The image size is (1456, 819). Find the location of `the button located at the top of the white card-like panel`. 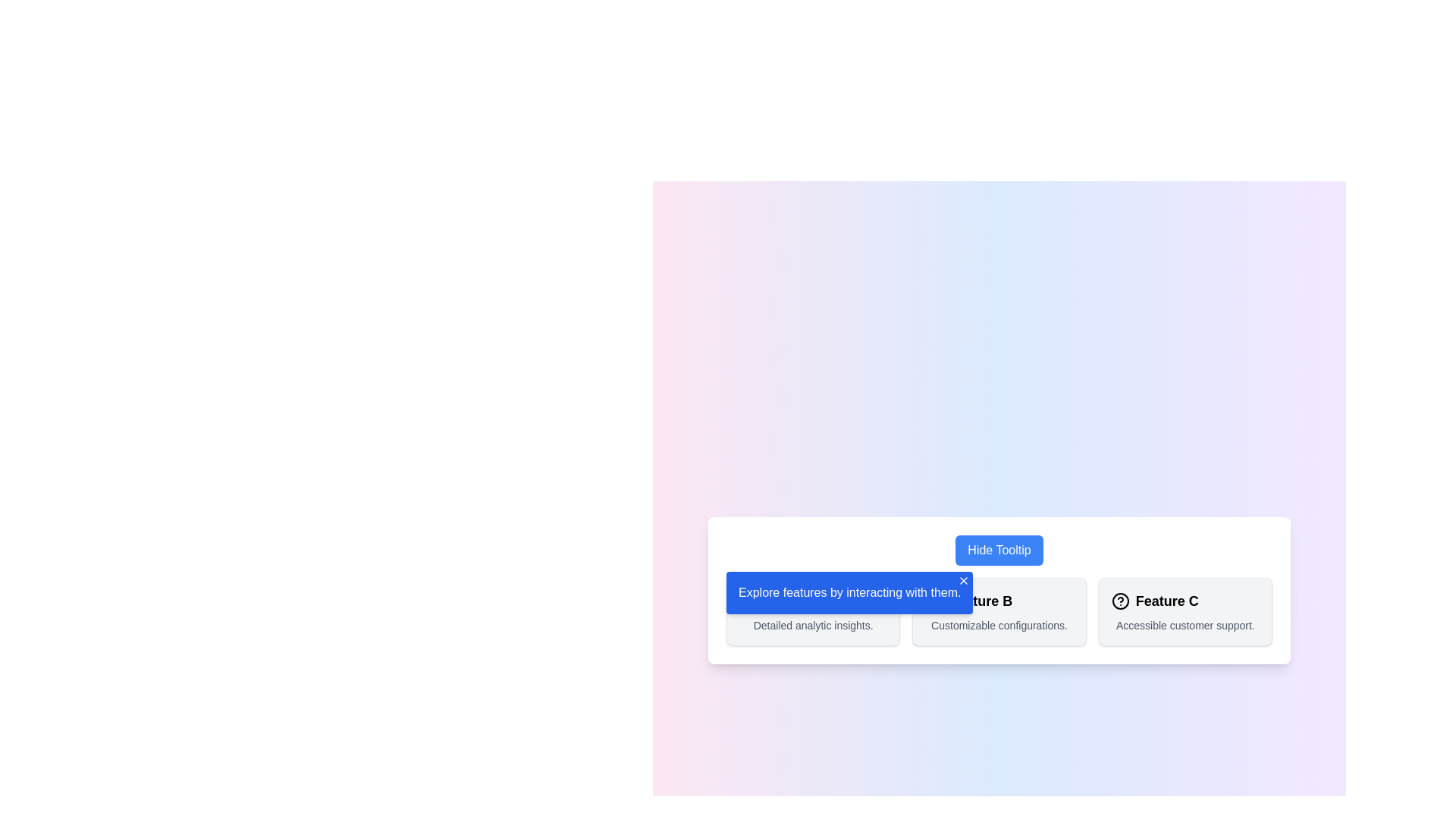

the button located at the top of the white card-like panel is located at coordinates (999, 550).